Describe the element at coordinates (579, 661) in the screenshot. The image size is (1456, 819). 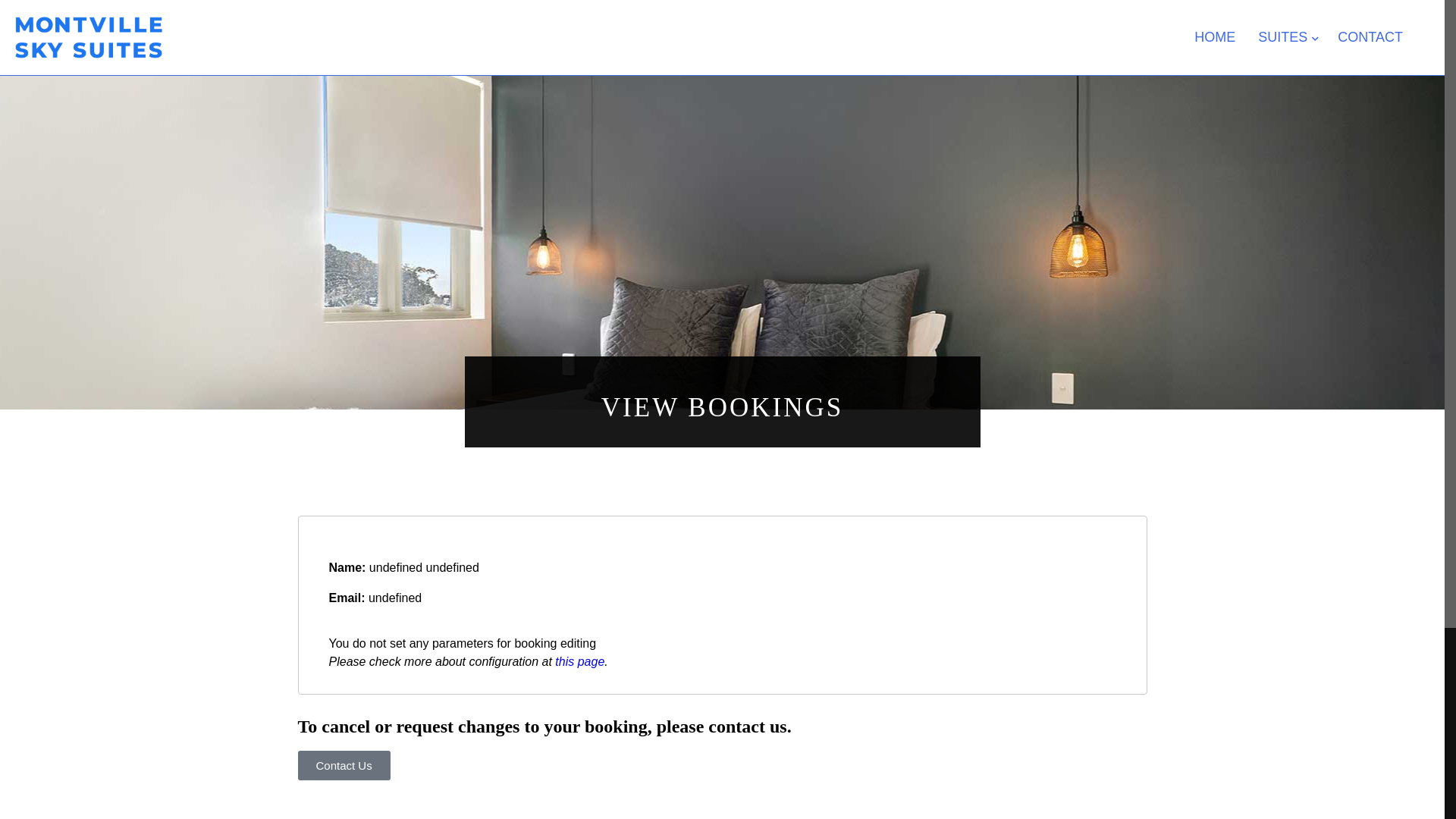
I see `'this page'` at that location.